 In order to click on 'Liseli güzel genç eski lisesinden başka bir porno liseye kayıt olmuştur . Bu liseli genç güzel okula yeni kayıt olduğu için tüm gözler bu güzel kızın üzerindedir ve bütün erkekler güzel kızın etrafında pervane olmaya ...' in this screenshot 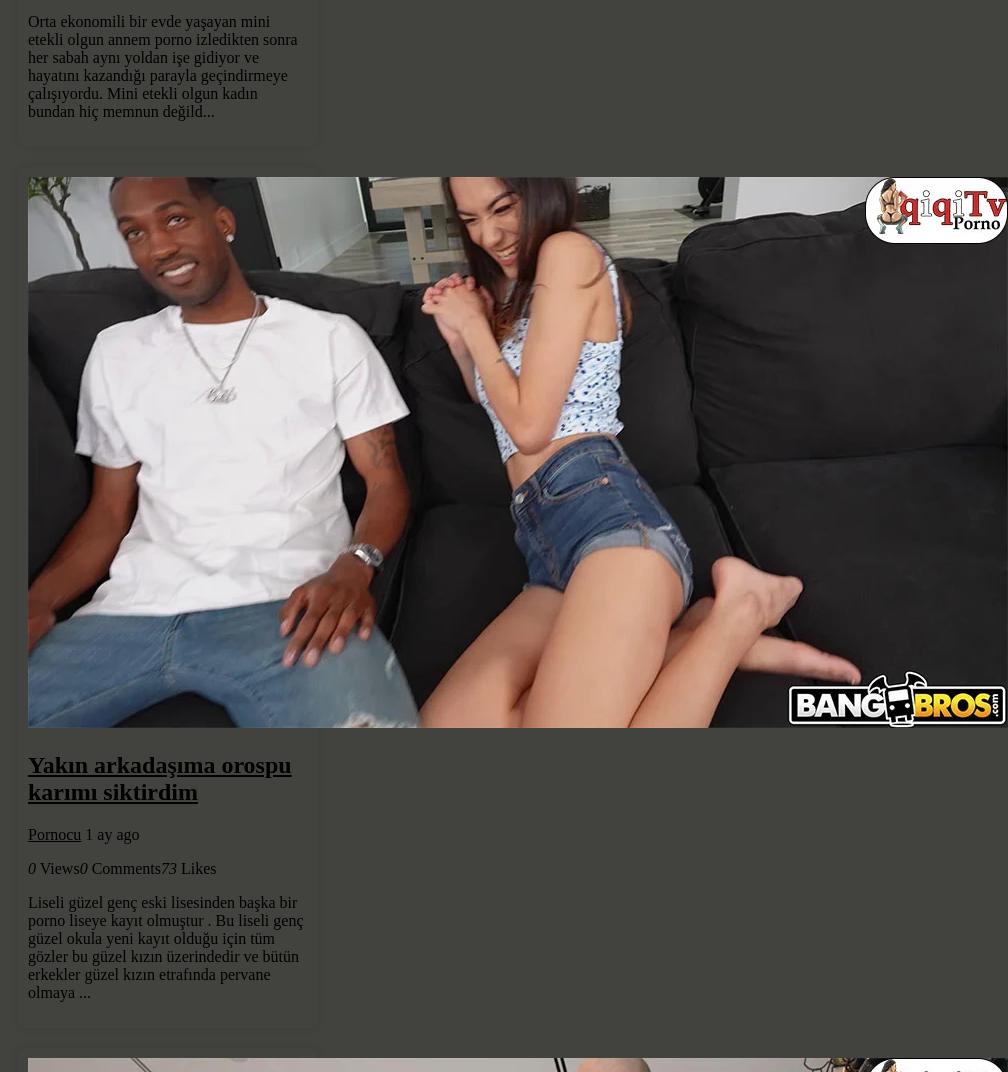, I will do `click(165, 946)`.